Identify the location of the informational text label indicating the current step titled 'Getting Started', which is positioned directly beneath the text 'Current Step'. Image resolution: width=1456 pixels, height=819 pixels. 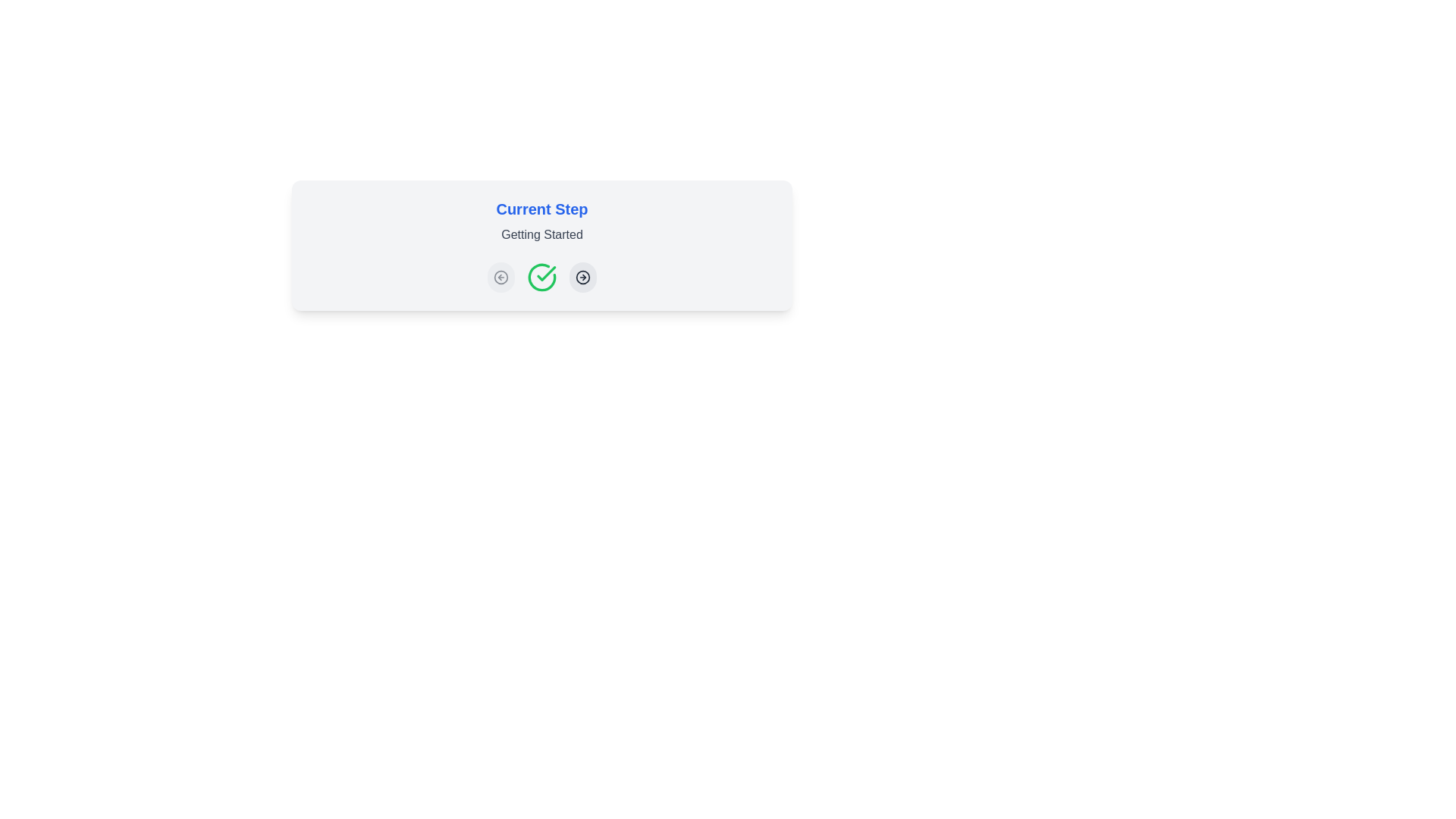
(542, 234).